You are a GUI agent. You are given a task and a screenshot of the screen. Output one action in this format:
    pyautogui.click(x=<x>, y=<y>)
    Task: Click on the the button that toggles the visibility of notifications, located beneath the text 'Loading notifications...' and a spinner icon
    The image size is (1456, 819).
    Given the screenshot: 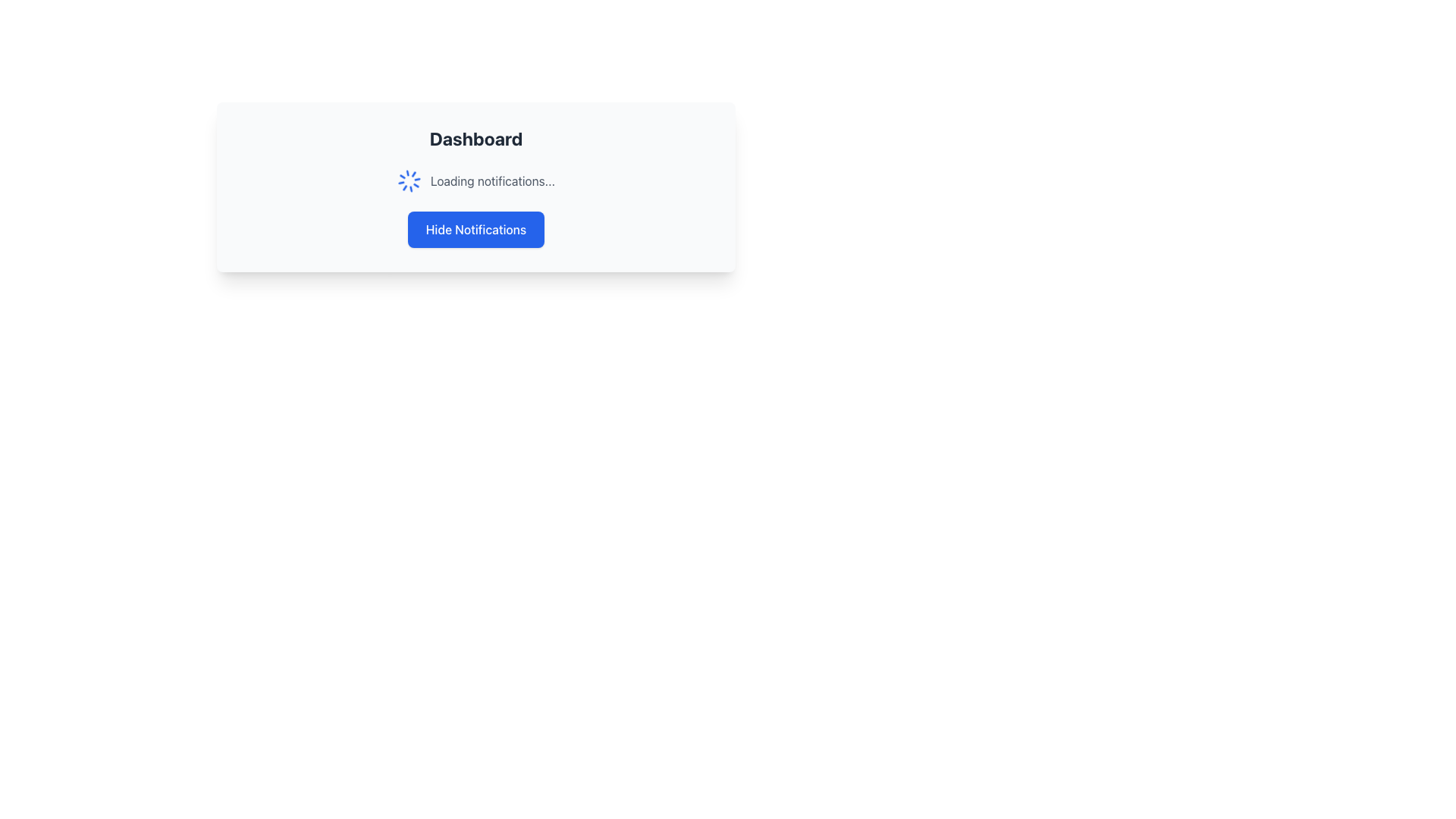 What is the action you would take?
    pyautogui.click(x=475, y=230)
    